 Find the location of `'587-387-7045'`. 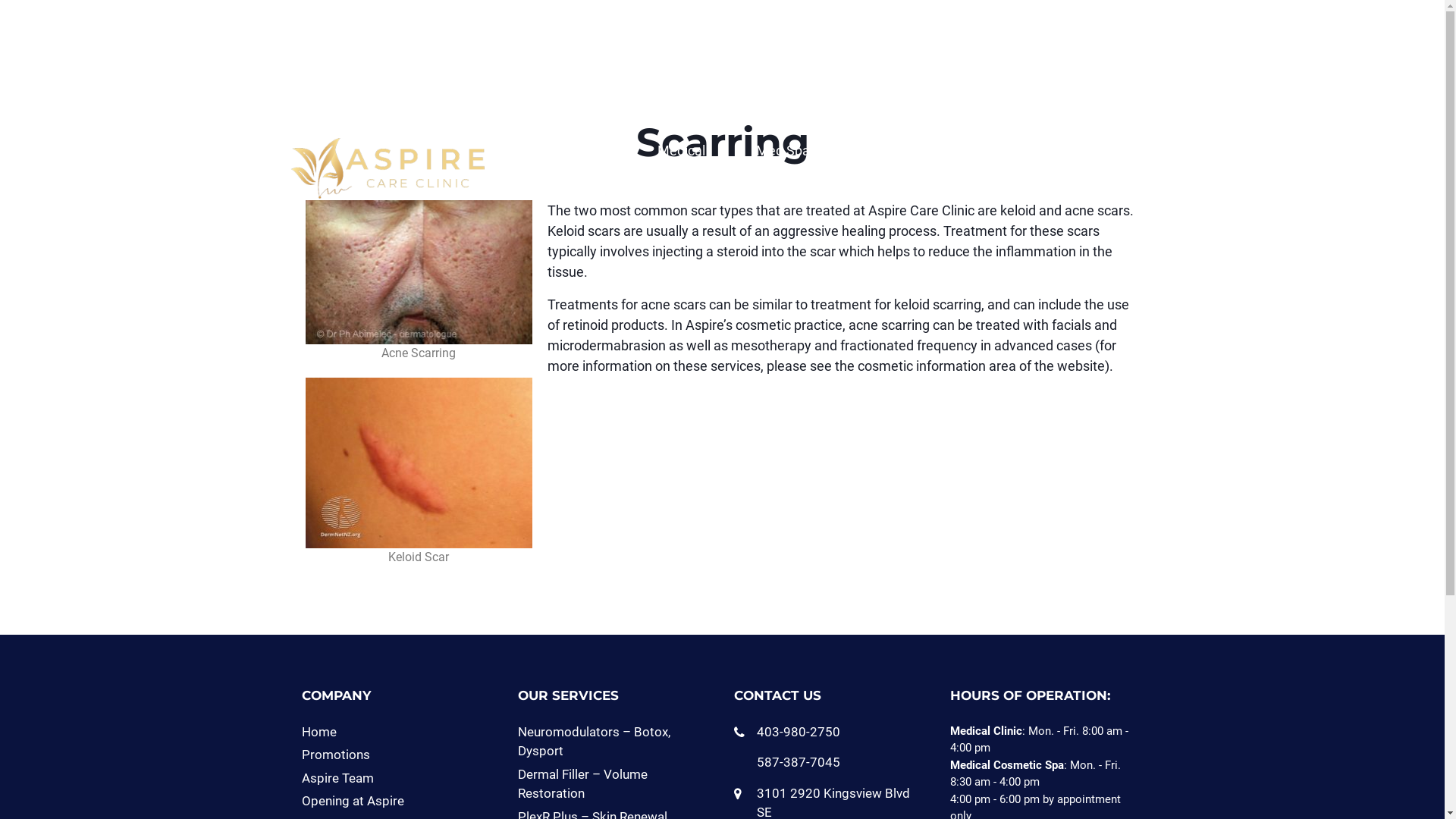

'587-387-7045' is located at coordinates (757, 762).